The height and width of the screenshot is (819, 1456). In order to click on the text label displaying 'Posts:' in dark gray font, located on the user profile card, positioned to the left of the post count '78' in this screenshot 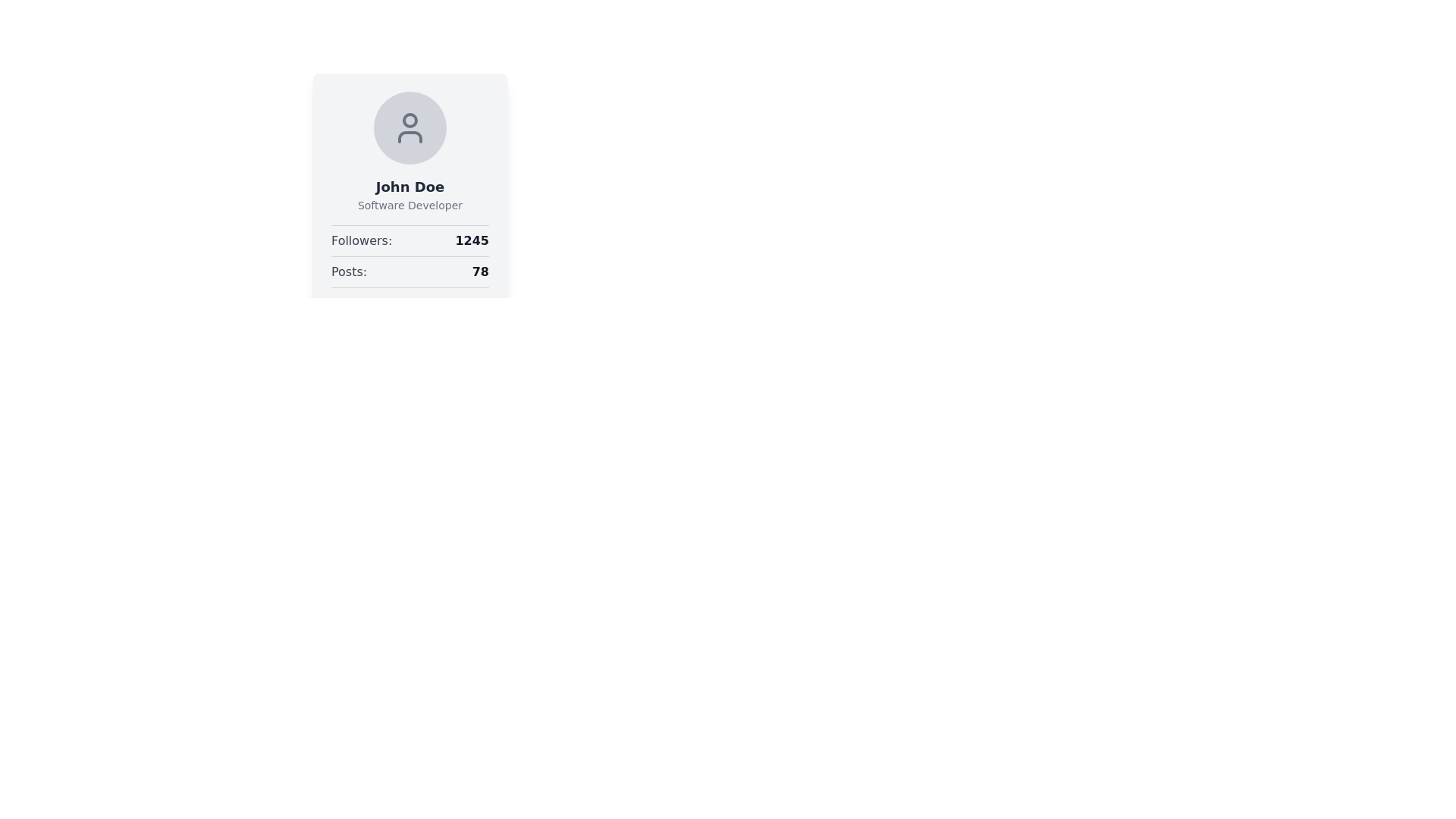, I will do `click(348, 271)`.